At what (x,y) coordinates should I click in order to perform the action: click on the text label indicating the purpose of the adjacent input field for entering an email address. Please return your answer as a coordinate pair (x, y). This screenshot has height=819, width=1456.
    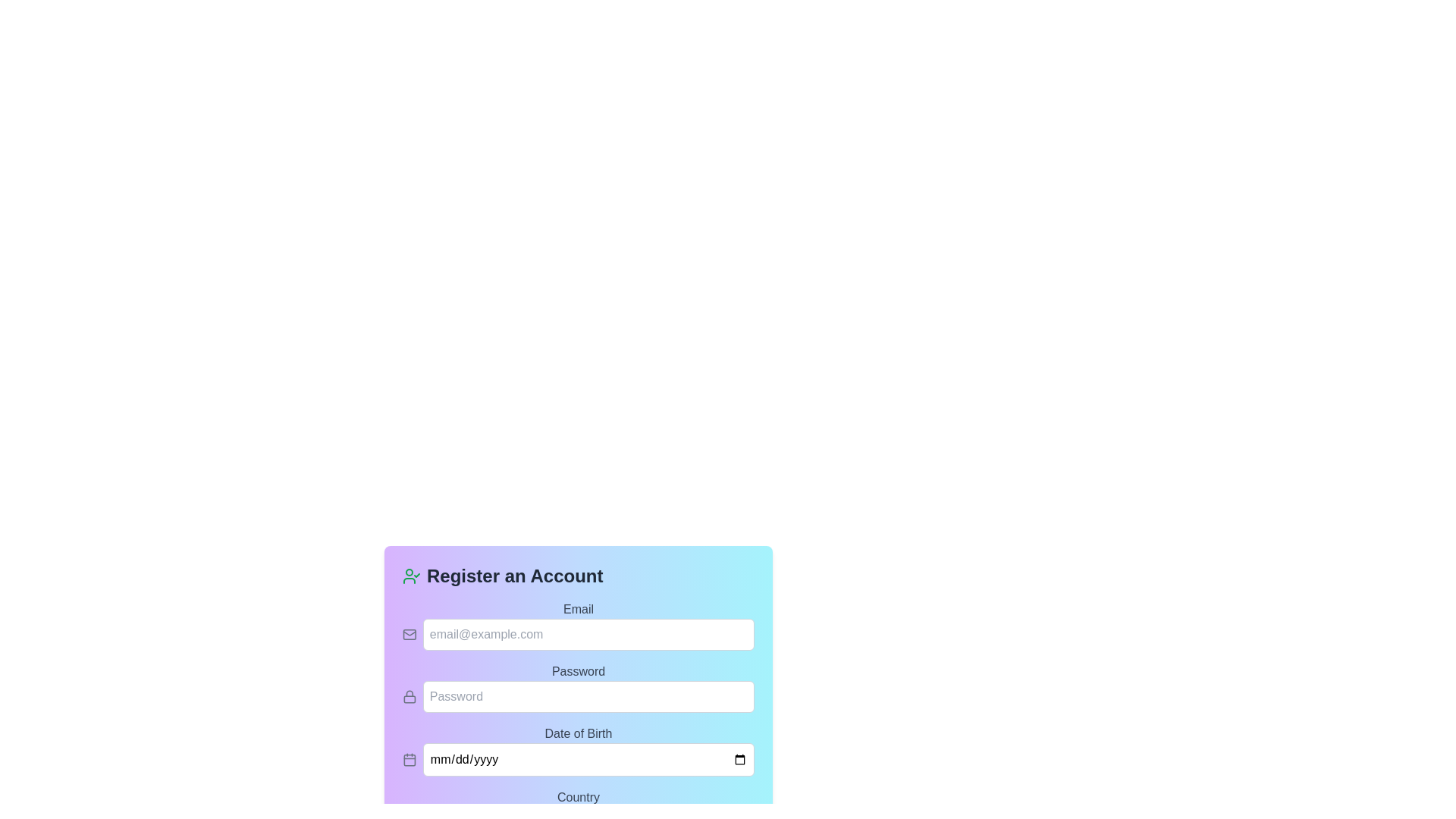
    Looking at the image, I should click on (578, 608).